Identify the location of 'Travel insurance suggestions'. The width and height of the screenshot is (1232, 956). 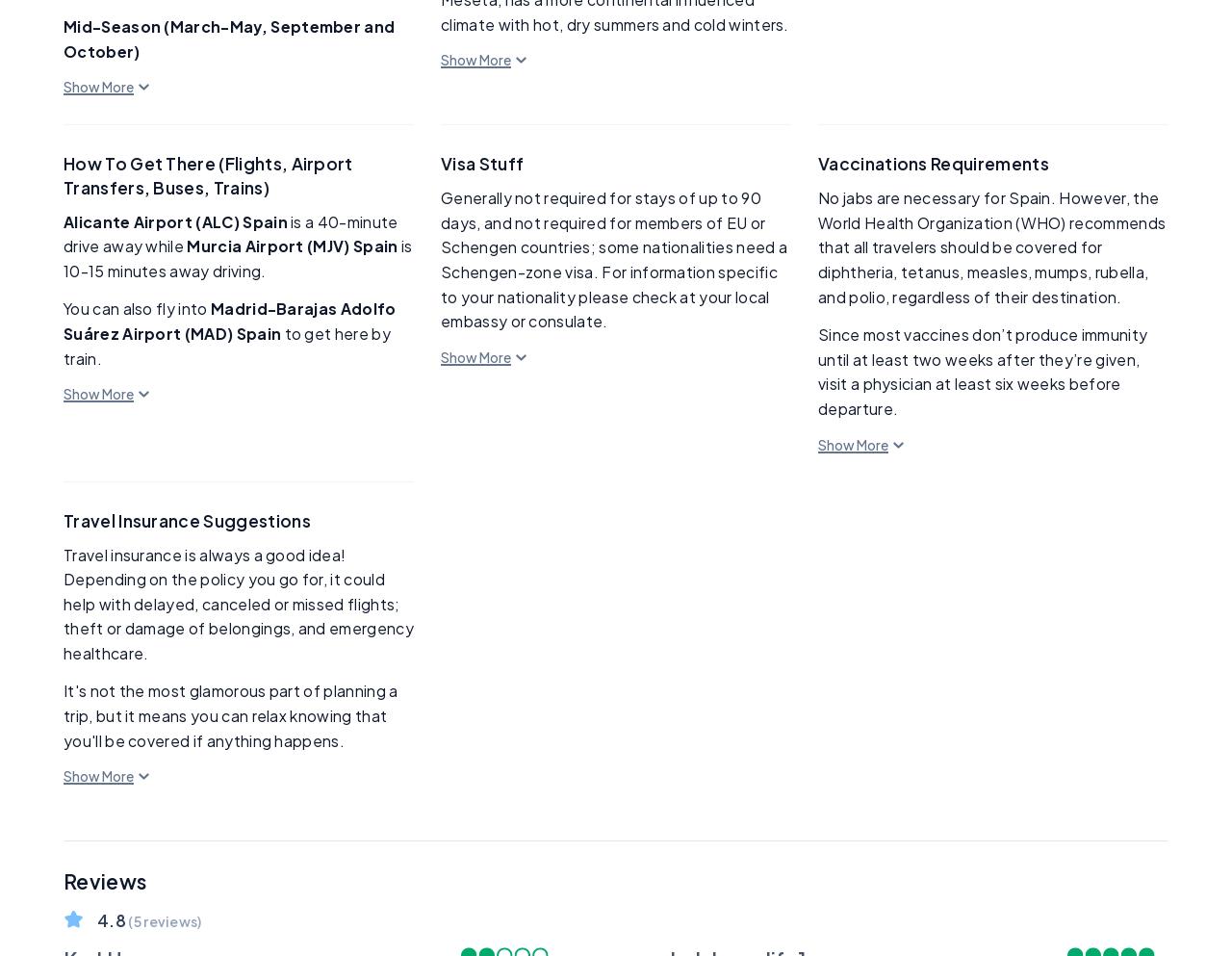
(187, 518).